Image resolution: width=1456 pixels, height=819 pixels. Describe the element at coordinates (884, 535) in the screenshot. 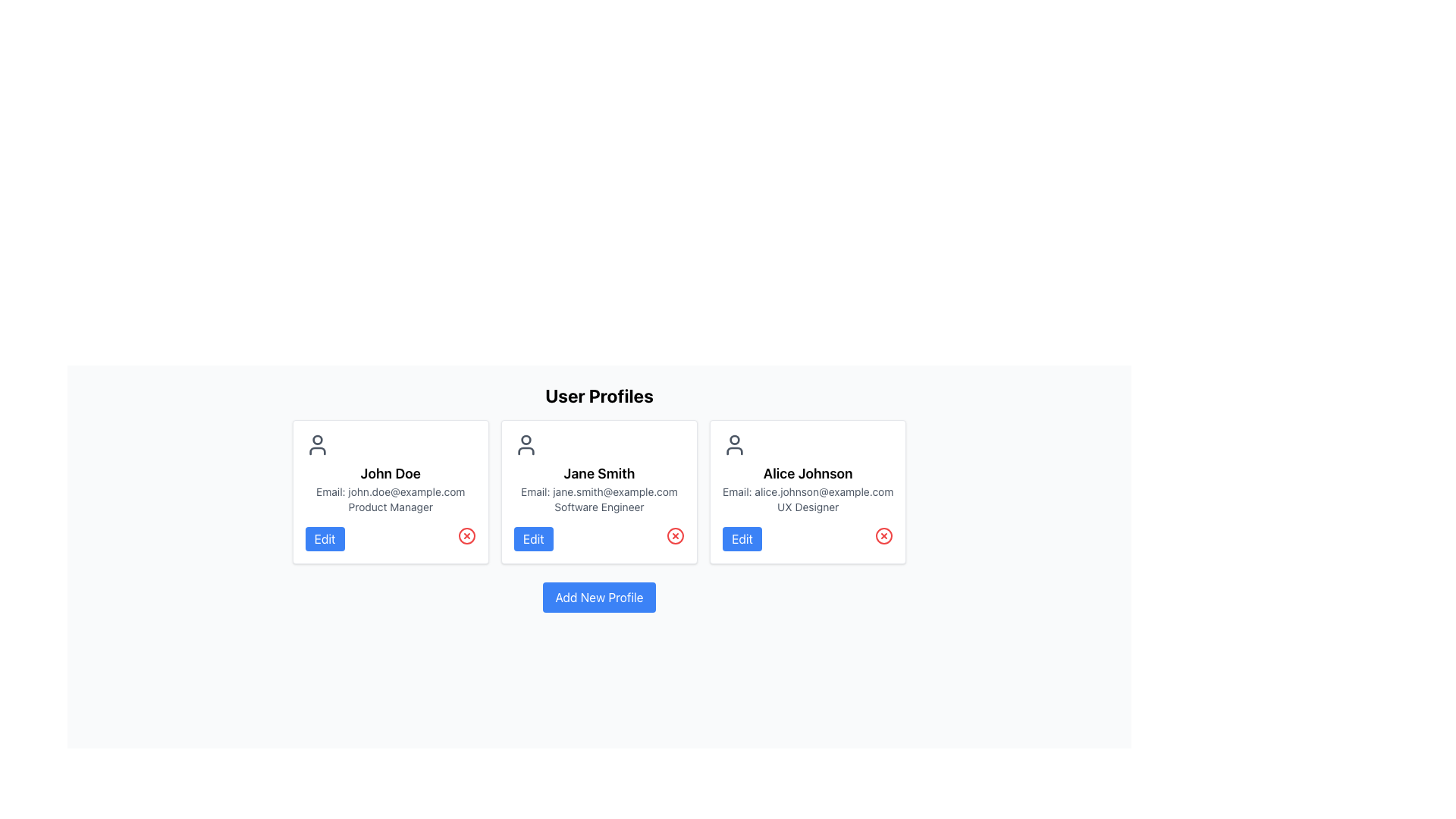

I see `the delete icon located in the bottom-right corner of Alice Johnson's user card` at that location.